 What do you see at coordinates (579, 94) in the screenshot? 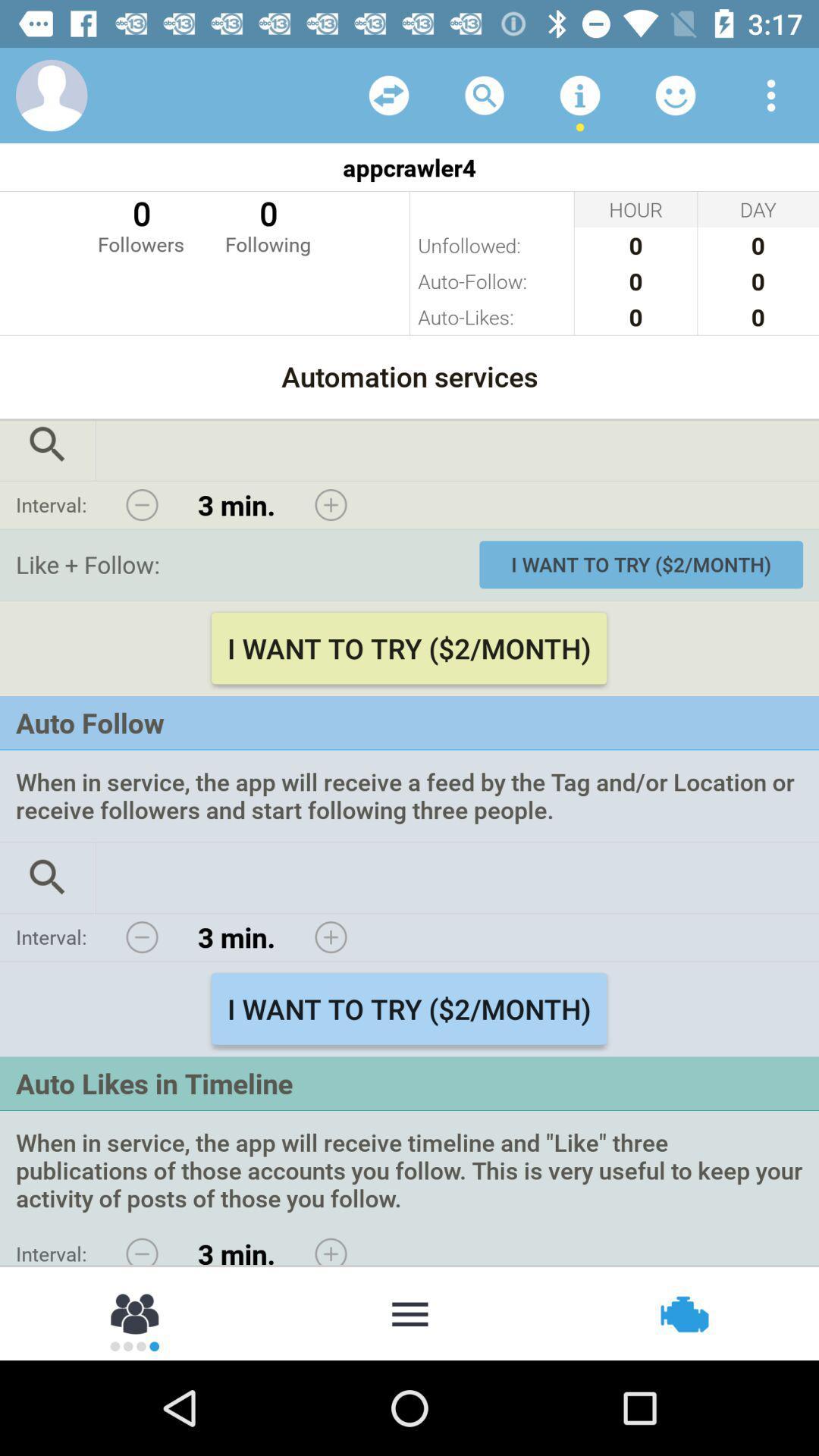
I see `the icon above the appcrawler4 item` at bounding box center [579, 94].